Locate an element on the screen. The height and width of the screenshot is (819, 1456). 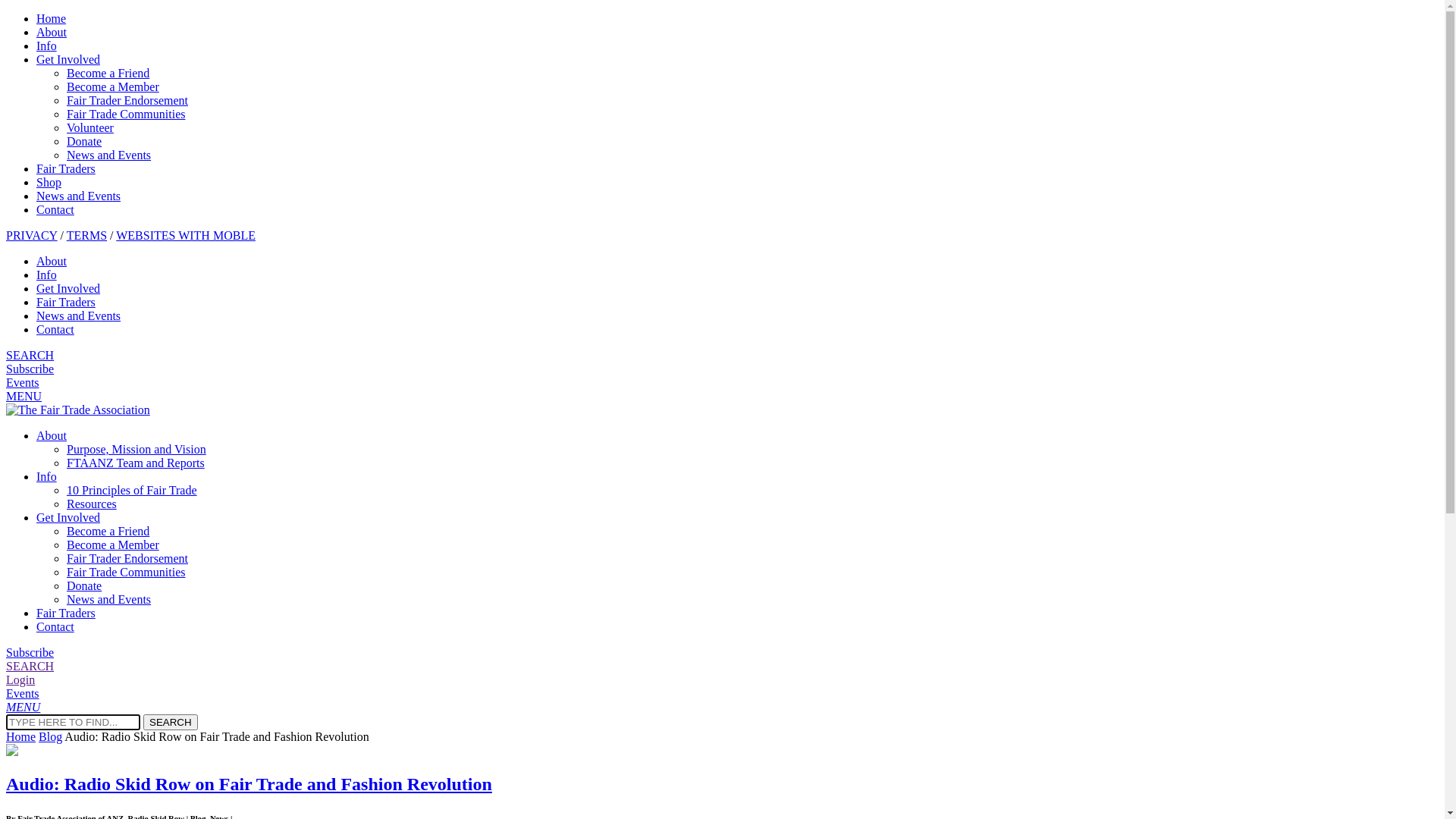
'Info' is located at coordinates (36, 45).